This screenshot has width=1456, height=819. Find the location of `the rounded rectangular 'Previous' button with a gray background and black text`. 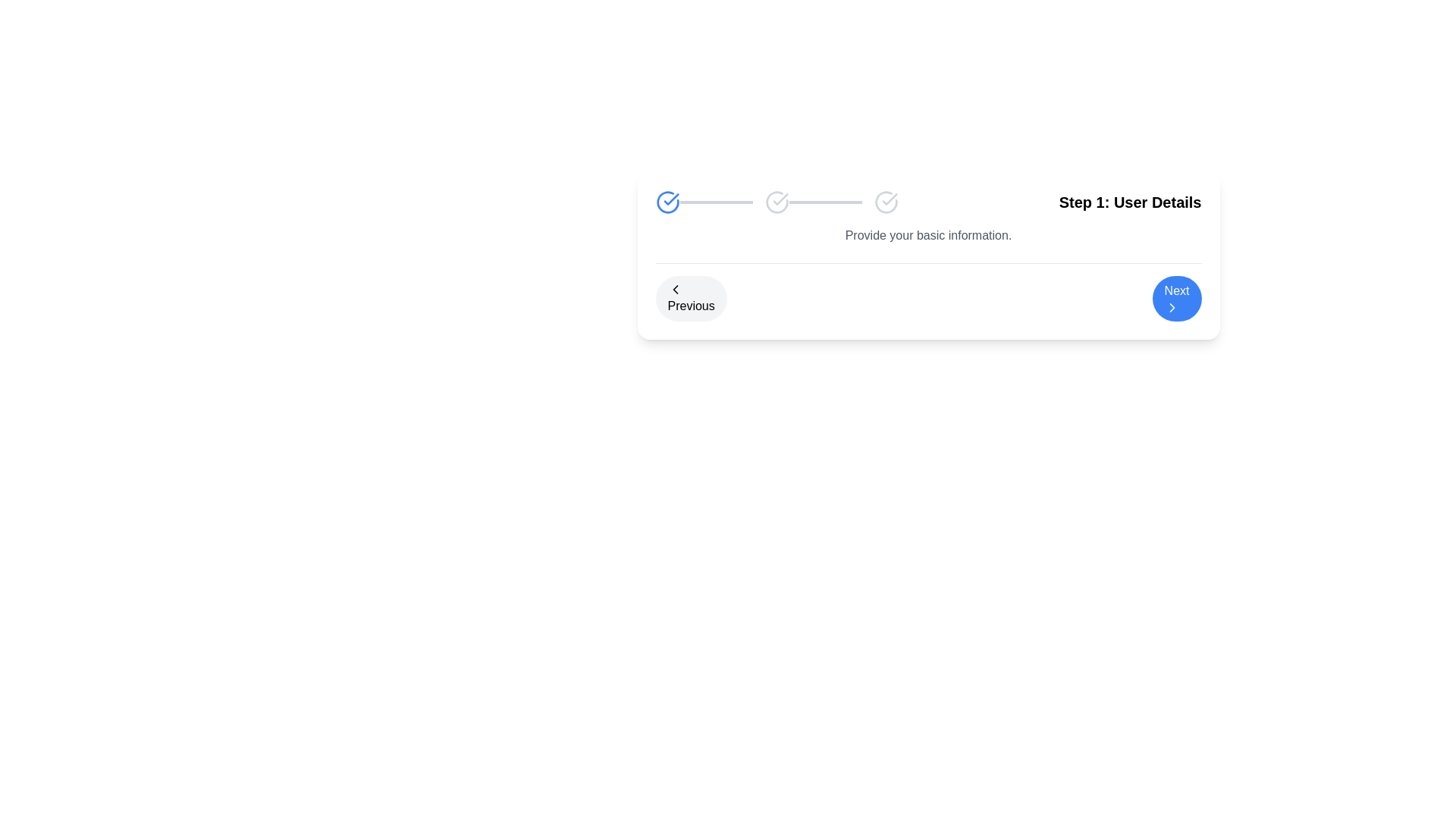

the rounded rectangular 'Previous' button with a gray background and black text is located at coordinates (690, 298).